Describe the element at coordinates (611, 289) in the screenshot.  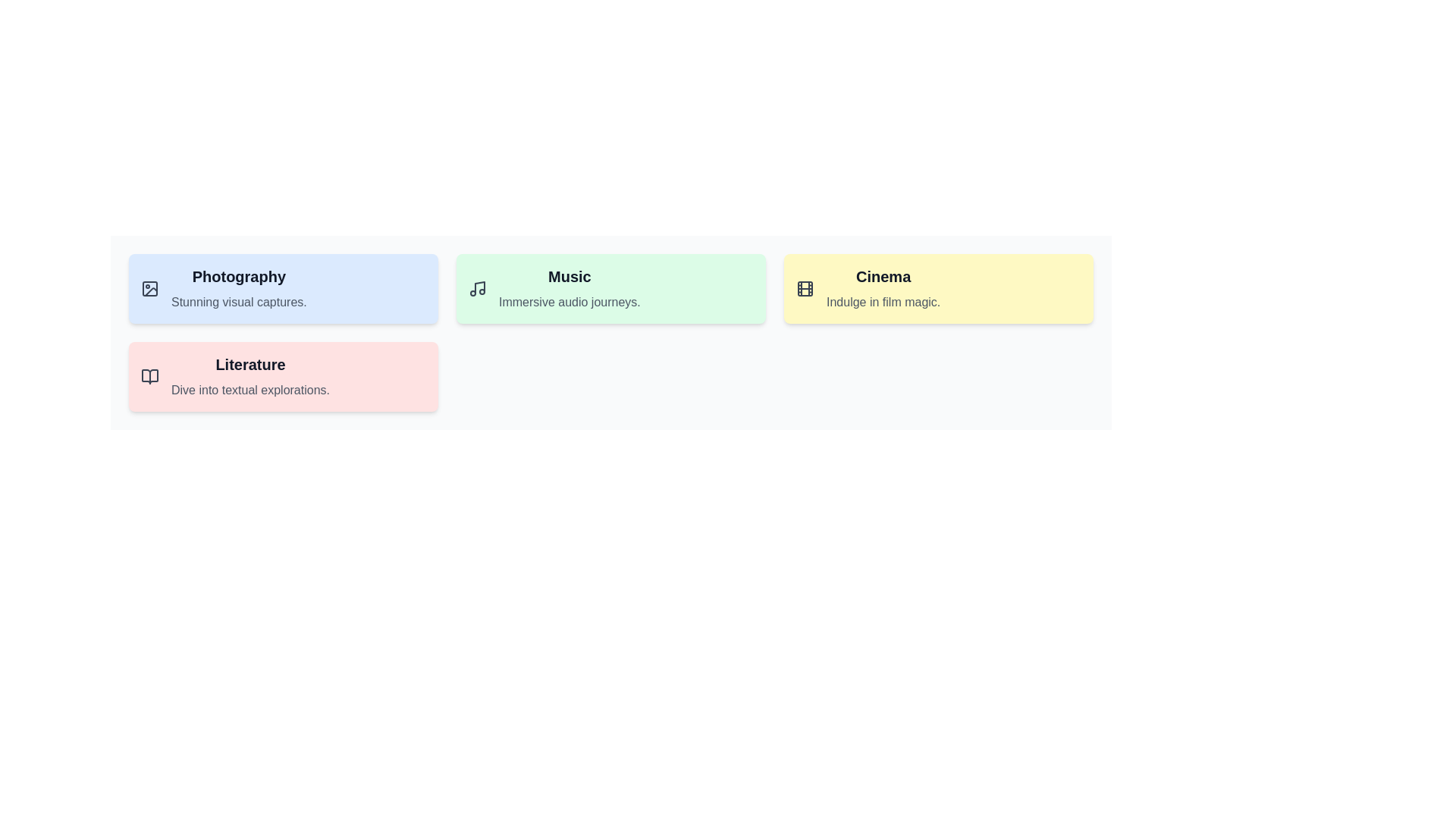
I see `the 'Music' category tile, which is the second item in a grid of four, located in the center-right area of the grid` at that location.